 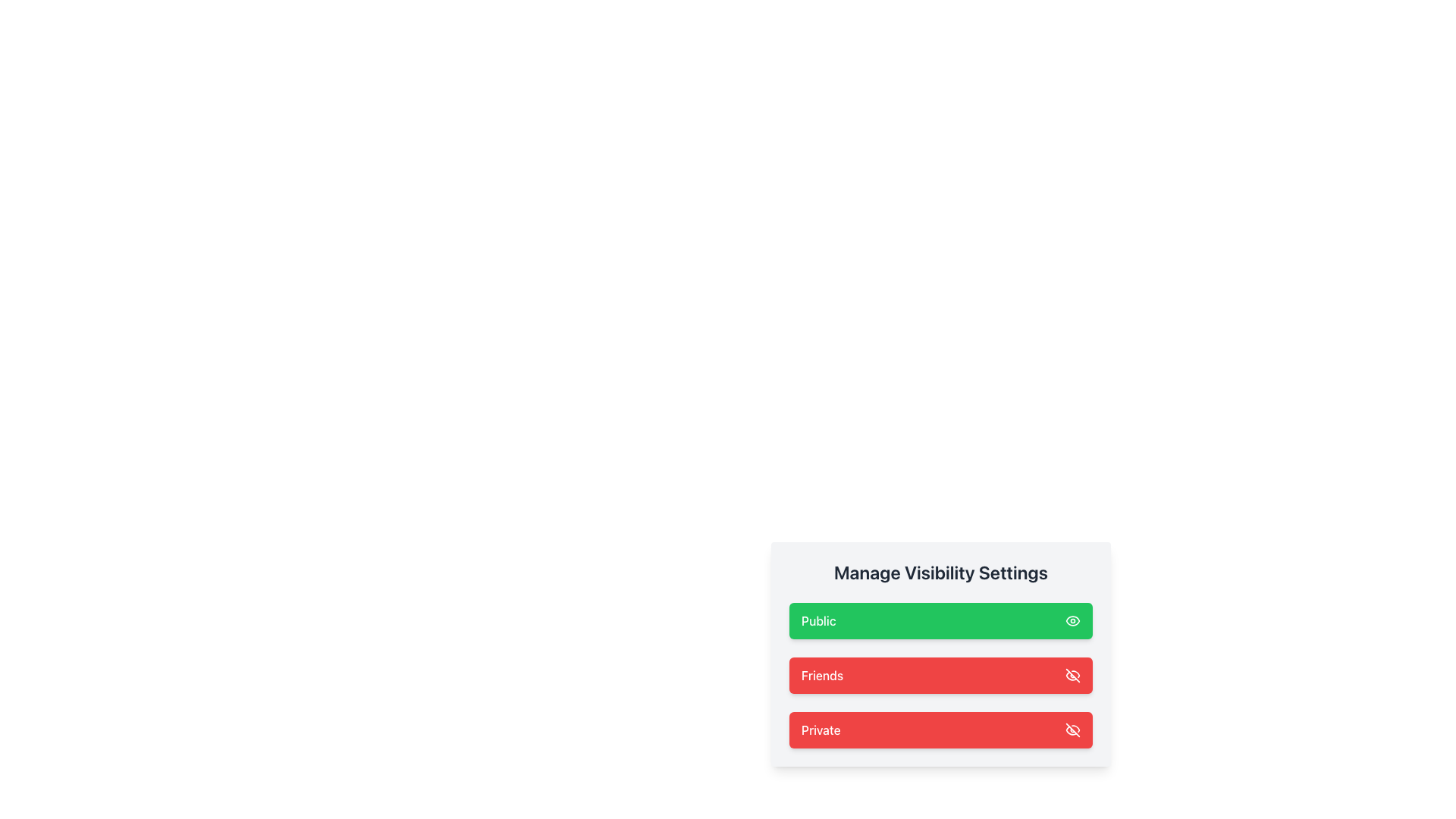 What do you see at coordinates (940, 620) in the screenshot?
I see `the green 'Public' button with rounded corners that indicates visibility settings` at bounding box center [940, 620].